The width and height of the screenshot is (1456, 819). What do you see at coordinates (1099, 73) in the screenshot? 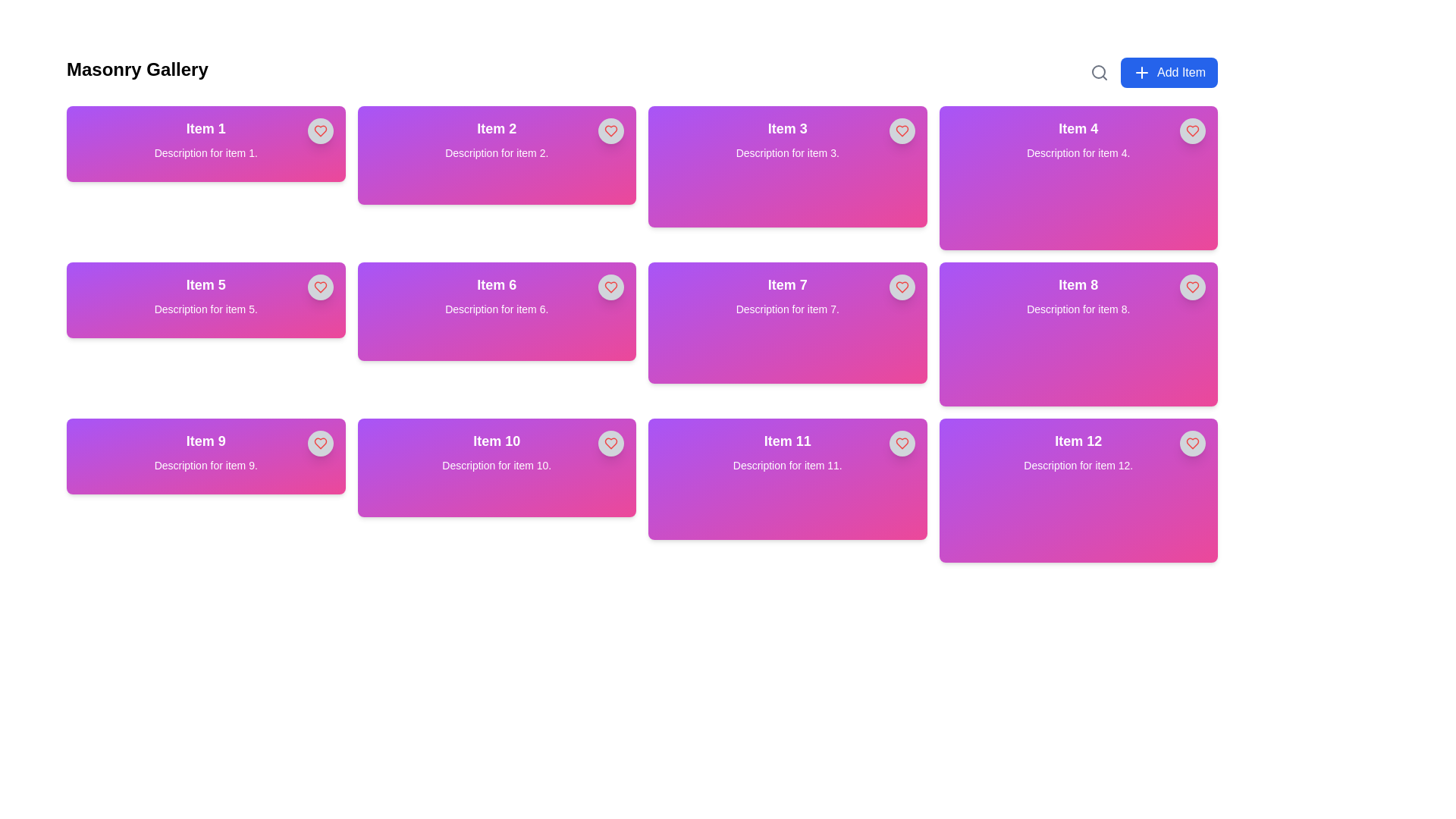
I see `the magnifying glass icon located near the top-right of the interface to initiate a search` at bounding box center [1099, 73].